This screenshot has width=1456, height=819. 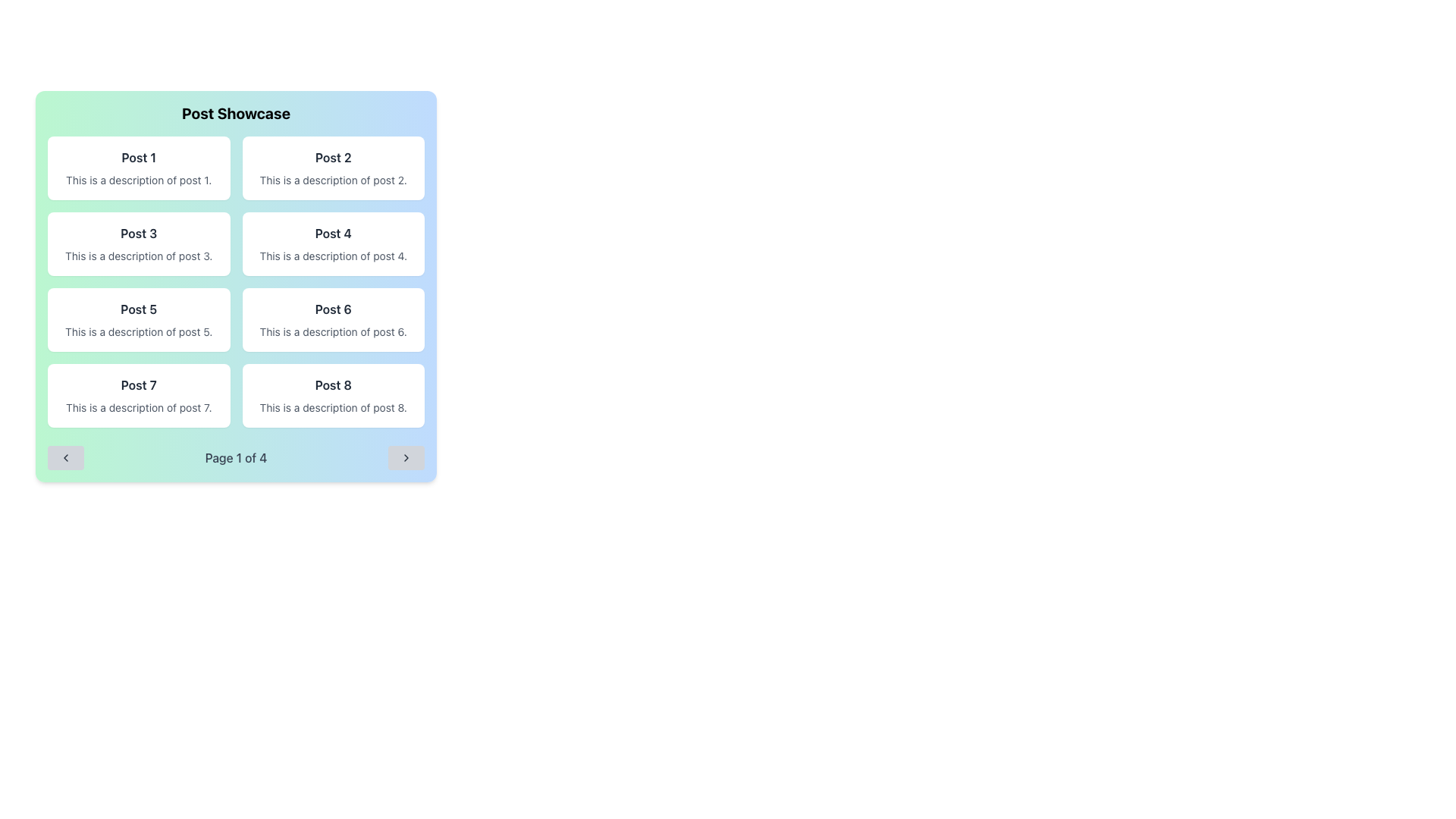 What do you see at coordinates (139, 406) in the screenshot?
I see `the Text label displaying 'This is a description of post 7.' which is styled in smaller, gray font and positioned beneath the header 'Post 7'` at bounding box center [139, 406].